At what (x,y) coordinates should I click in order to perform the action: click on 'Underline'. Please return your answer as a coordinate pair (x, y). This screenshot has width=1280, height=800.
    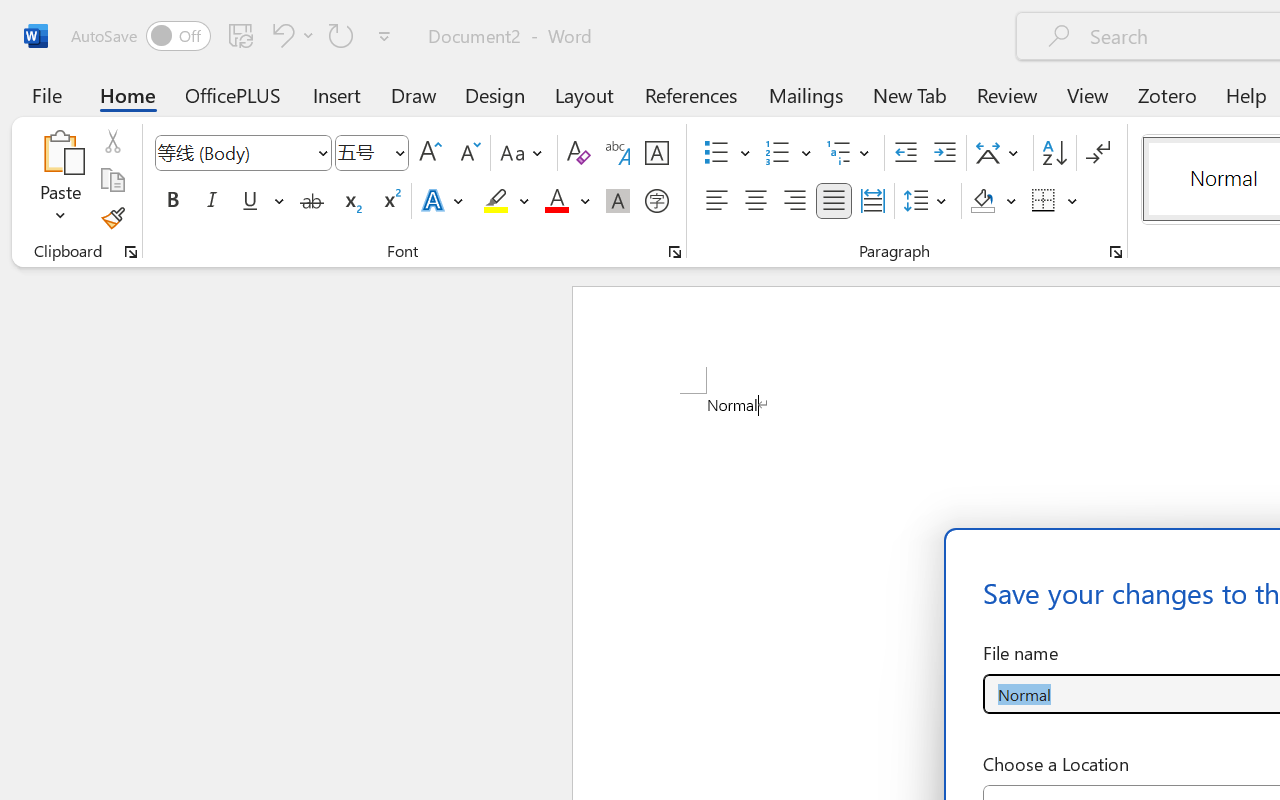
    Looking at the image, I should click on (249, 201).